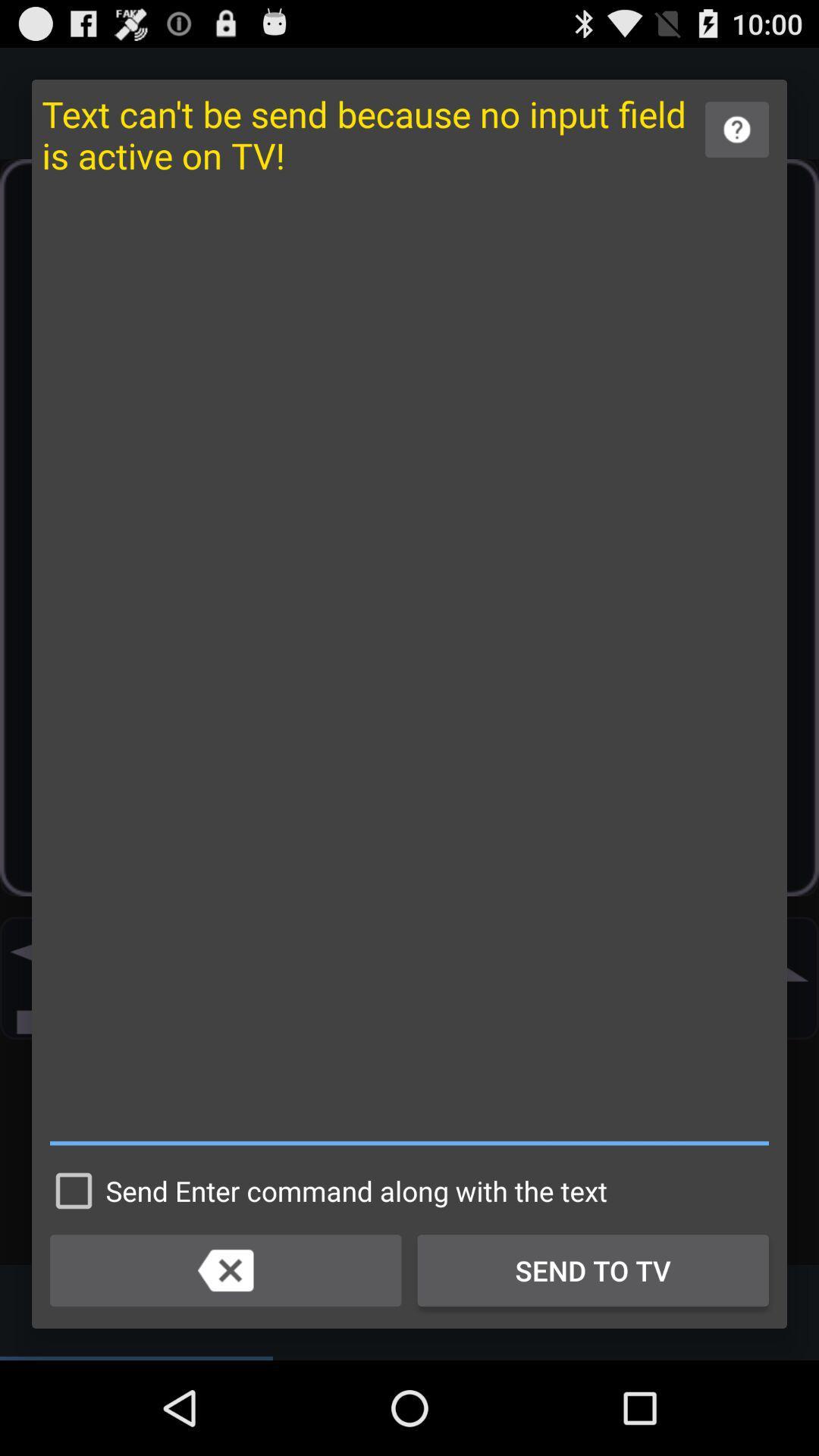 Image resolution: width=819 pixels, height=1456 pixels. What do you see at coordinates (736, 130) in the screenshot?
I see `icon to the right of the text can t` at bounding box center [736, 130].